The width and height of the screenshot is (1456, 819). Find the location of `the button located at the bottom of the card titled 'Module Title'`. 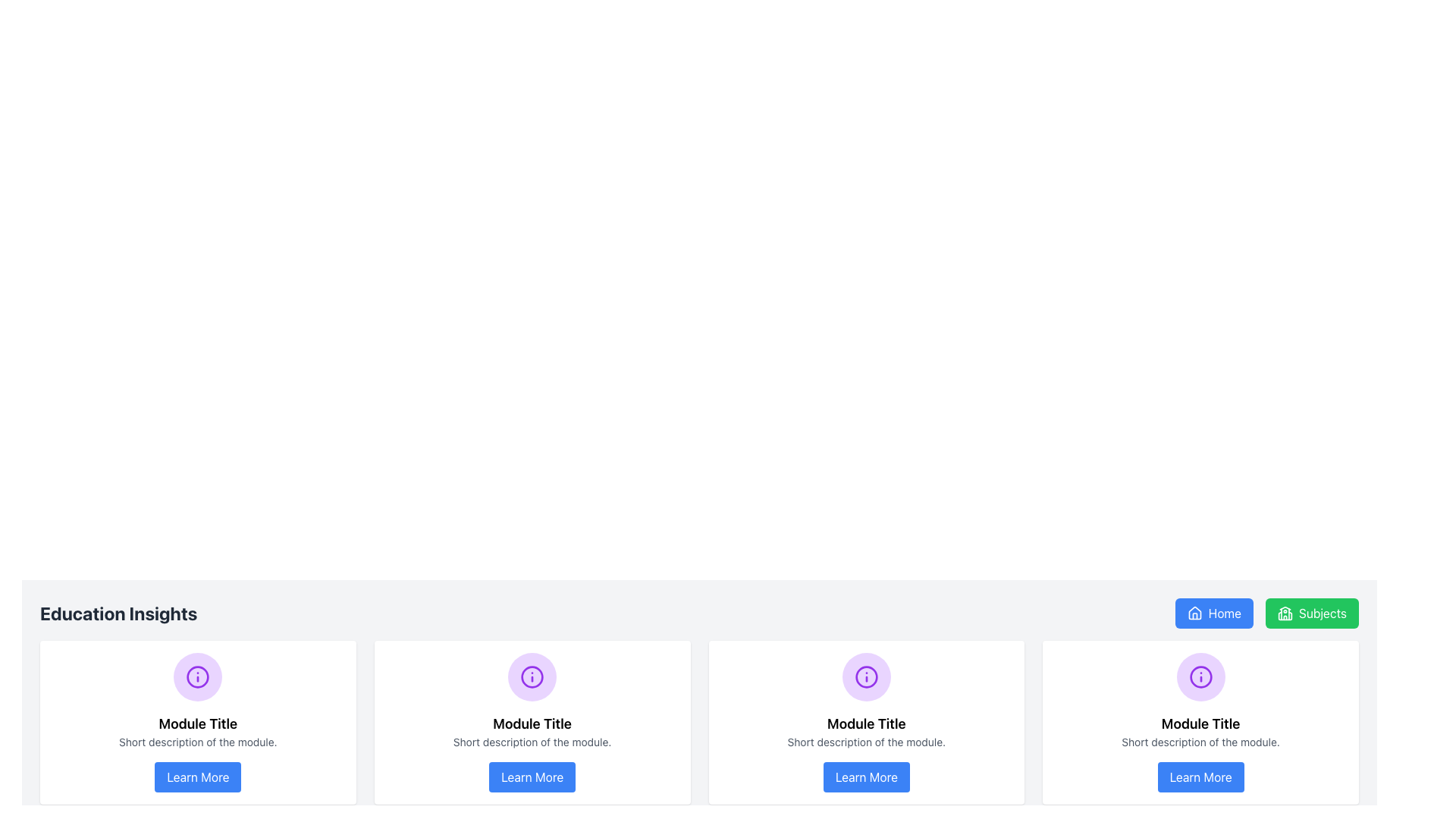

the button located at the bottom of the card titled 'Module Title' is located at coordinates (197, 777).